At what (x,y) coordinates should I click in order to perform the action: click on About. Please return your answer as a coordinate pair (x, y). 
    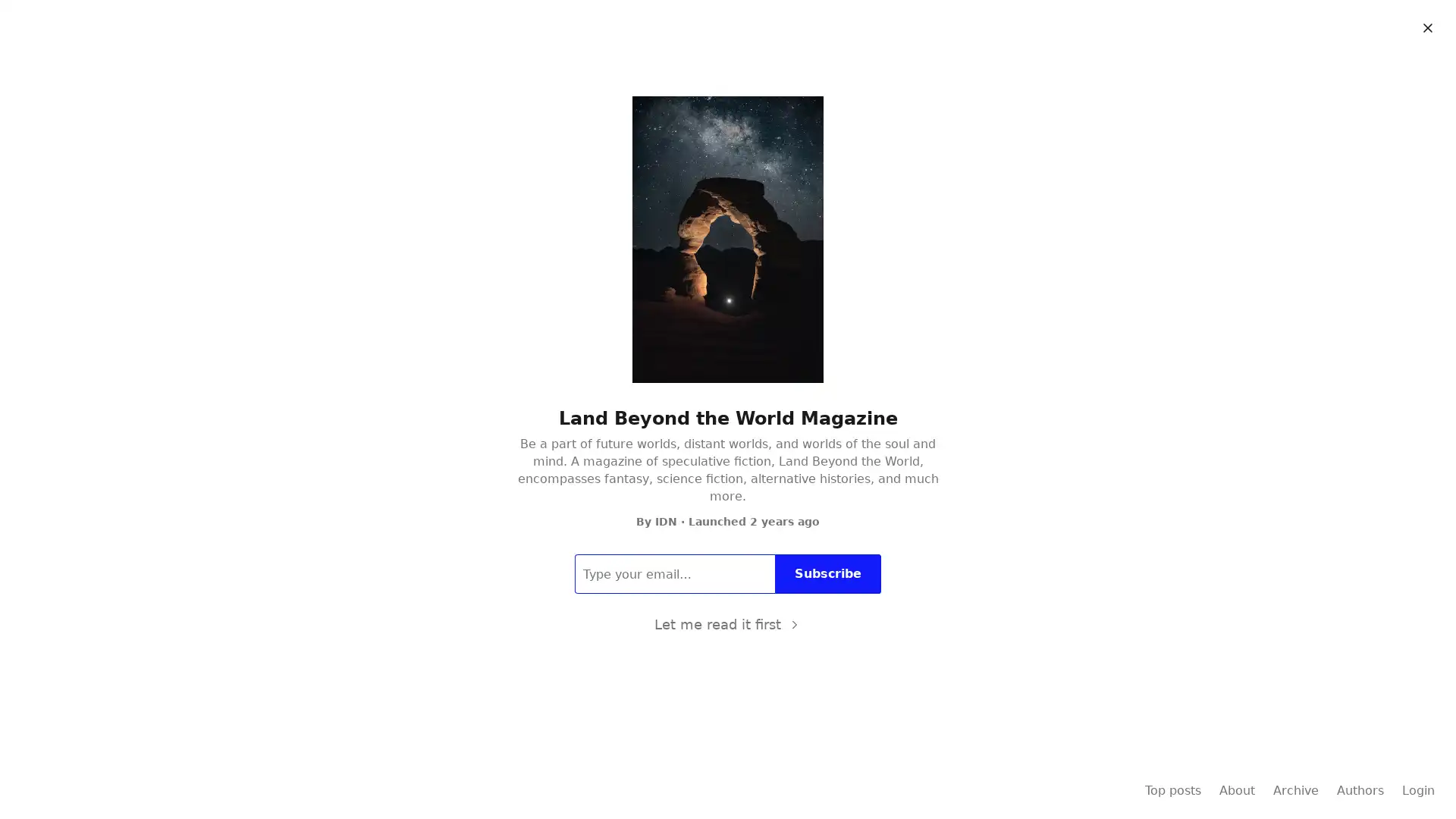
    Looking at the image, I should click on (783, 66).